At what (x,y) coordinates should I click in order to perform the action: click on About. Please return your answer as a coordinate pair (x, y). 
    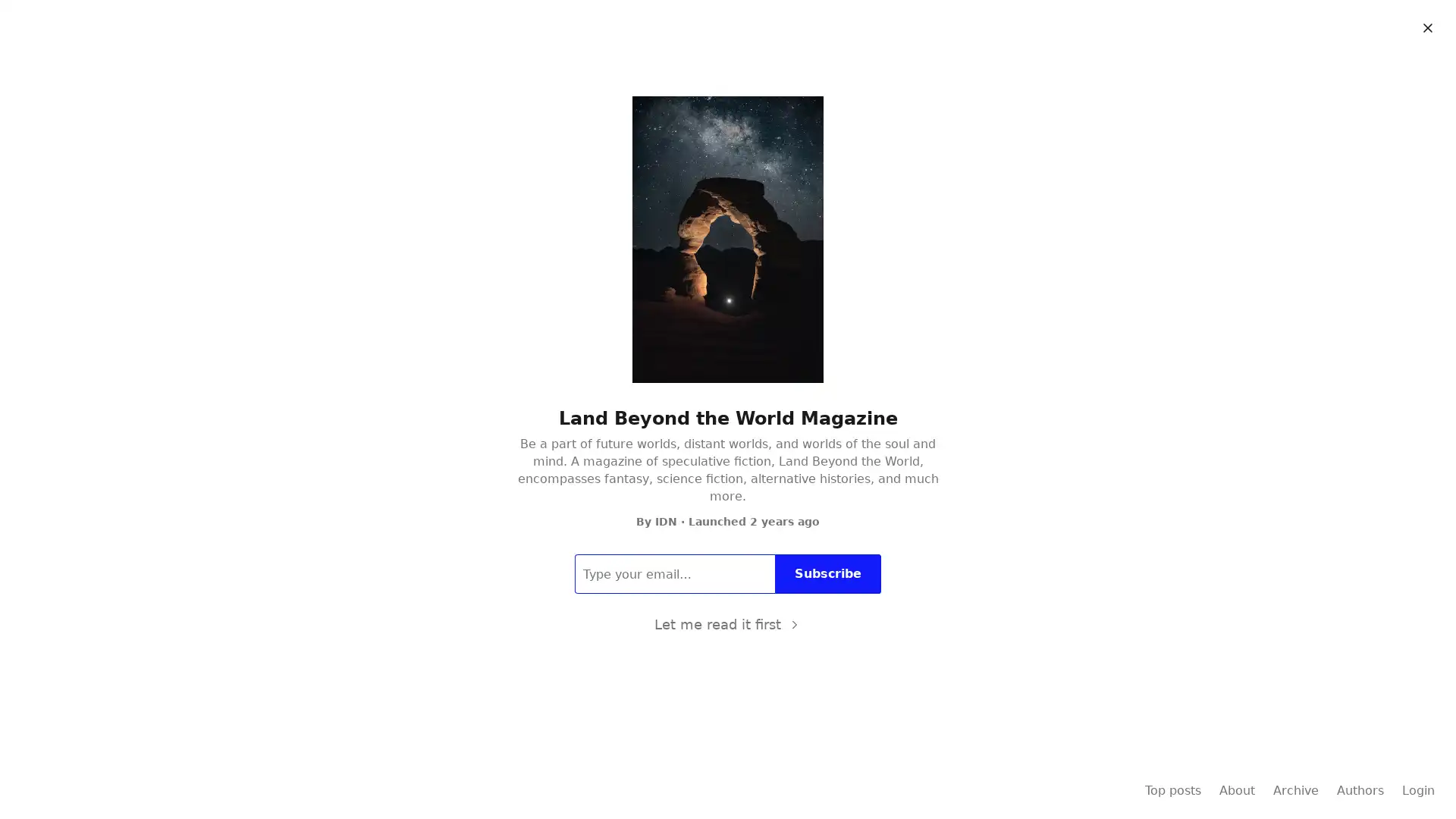
    Looking at the image, I should click on (783, 66).